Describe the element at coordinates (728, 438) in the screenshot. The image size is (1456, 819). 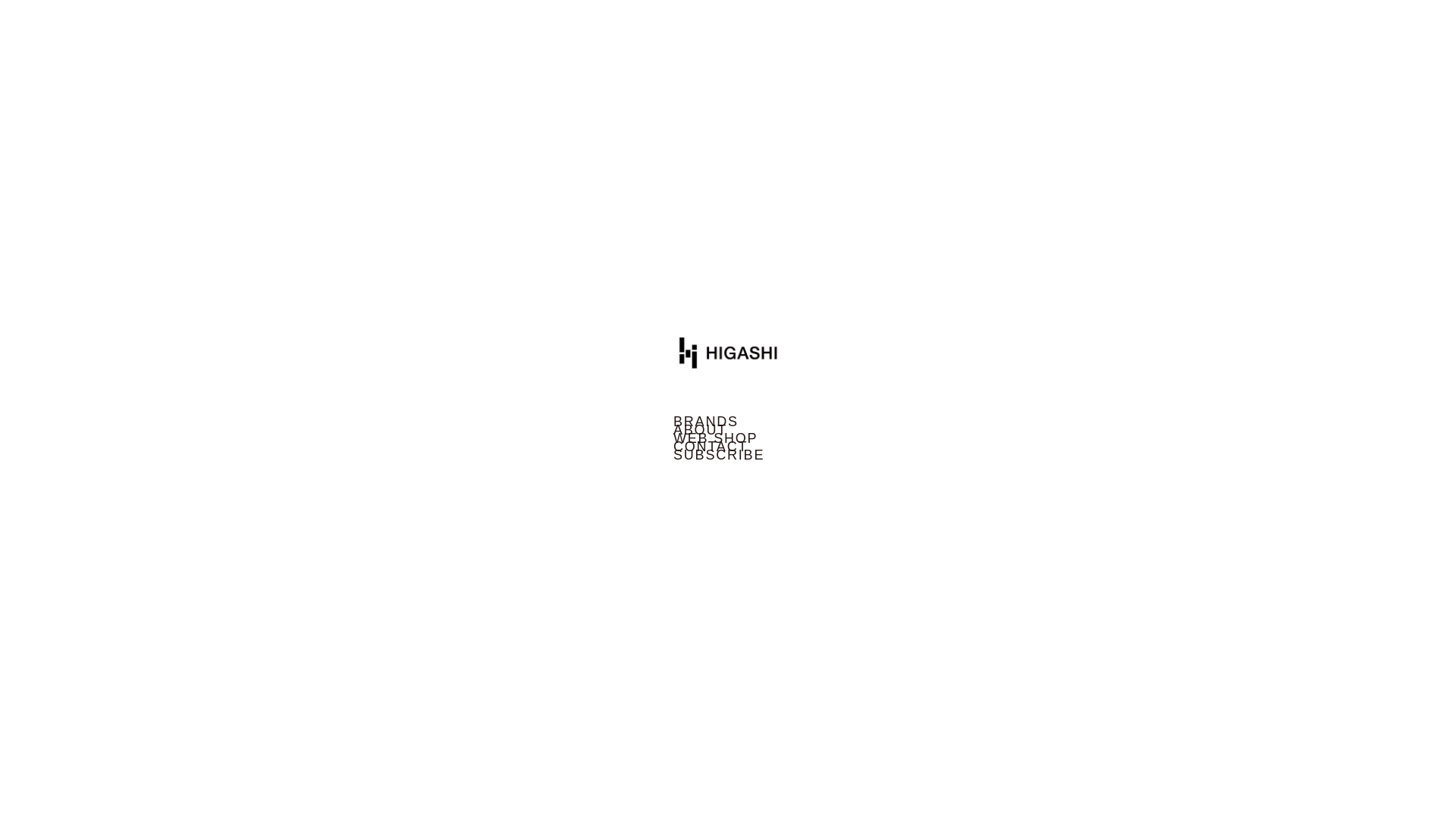
I see `'WEB SHOP'` at that location.